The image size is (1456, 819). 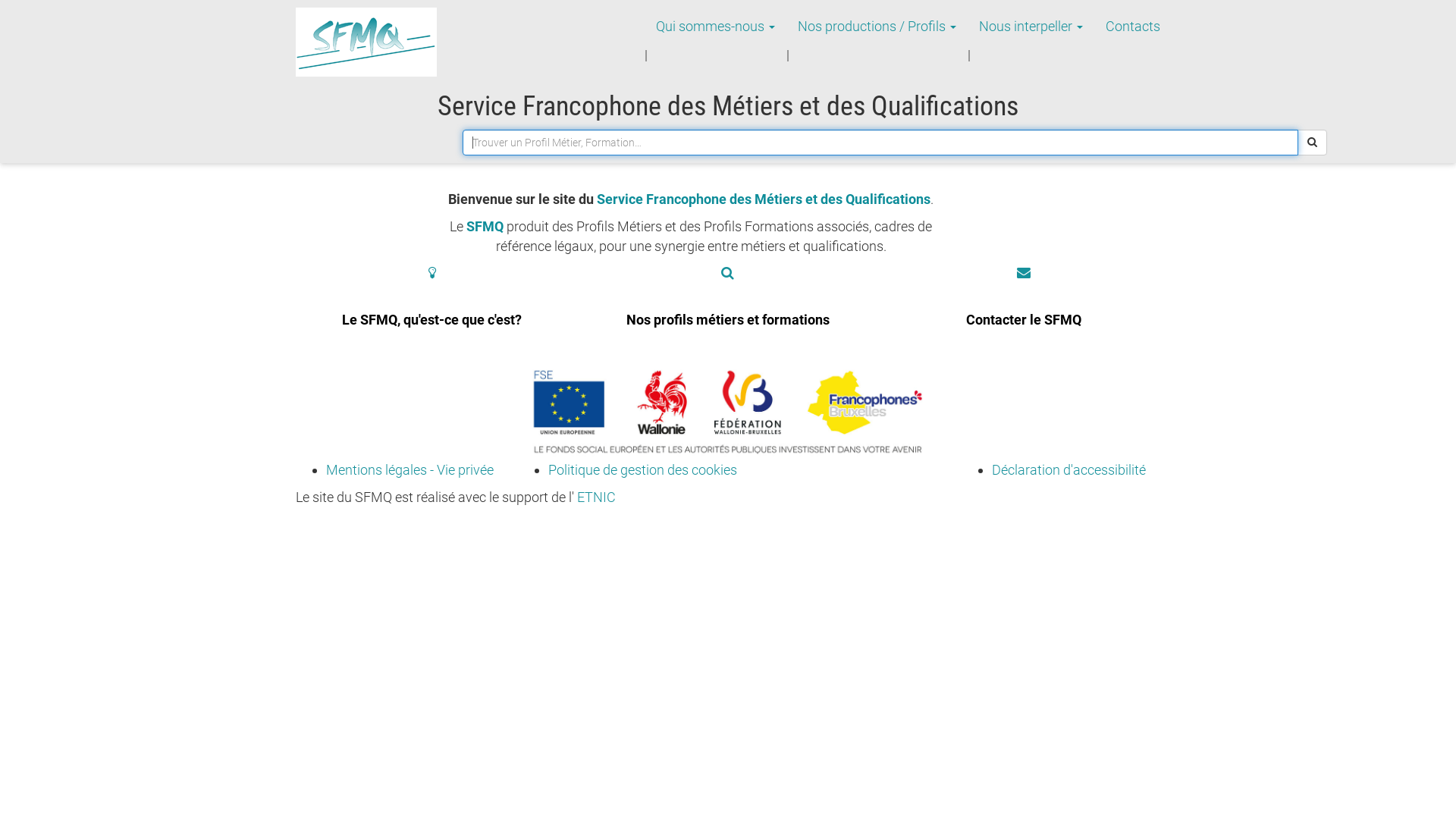 What do you see at coordinates (714, 26) in the screenshot?
I see `'Qui sommes-nous'` at bounding box center [714, 26].